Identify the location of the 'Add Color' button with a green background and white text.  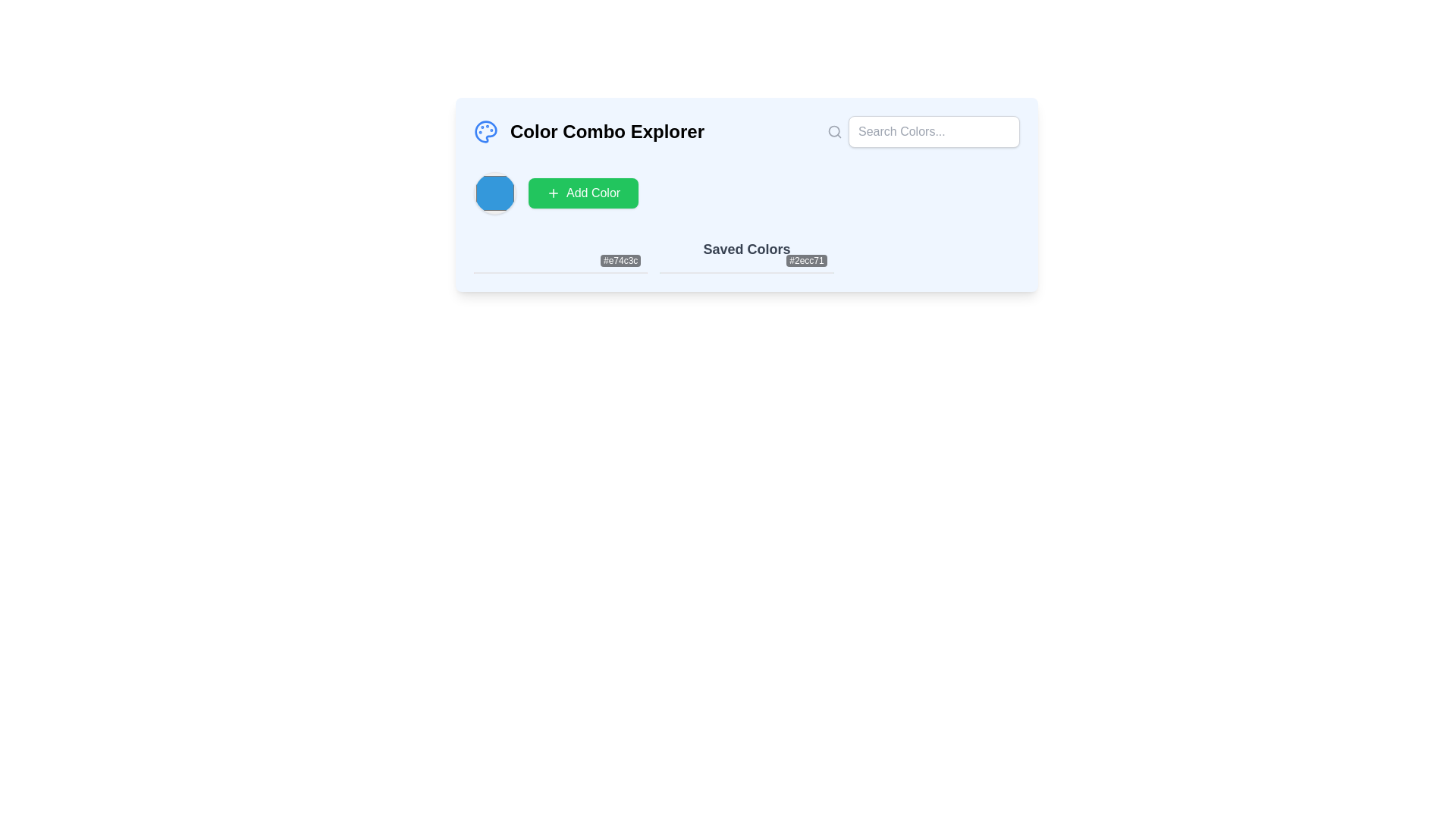
(582, 192).